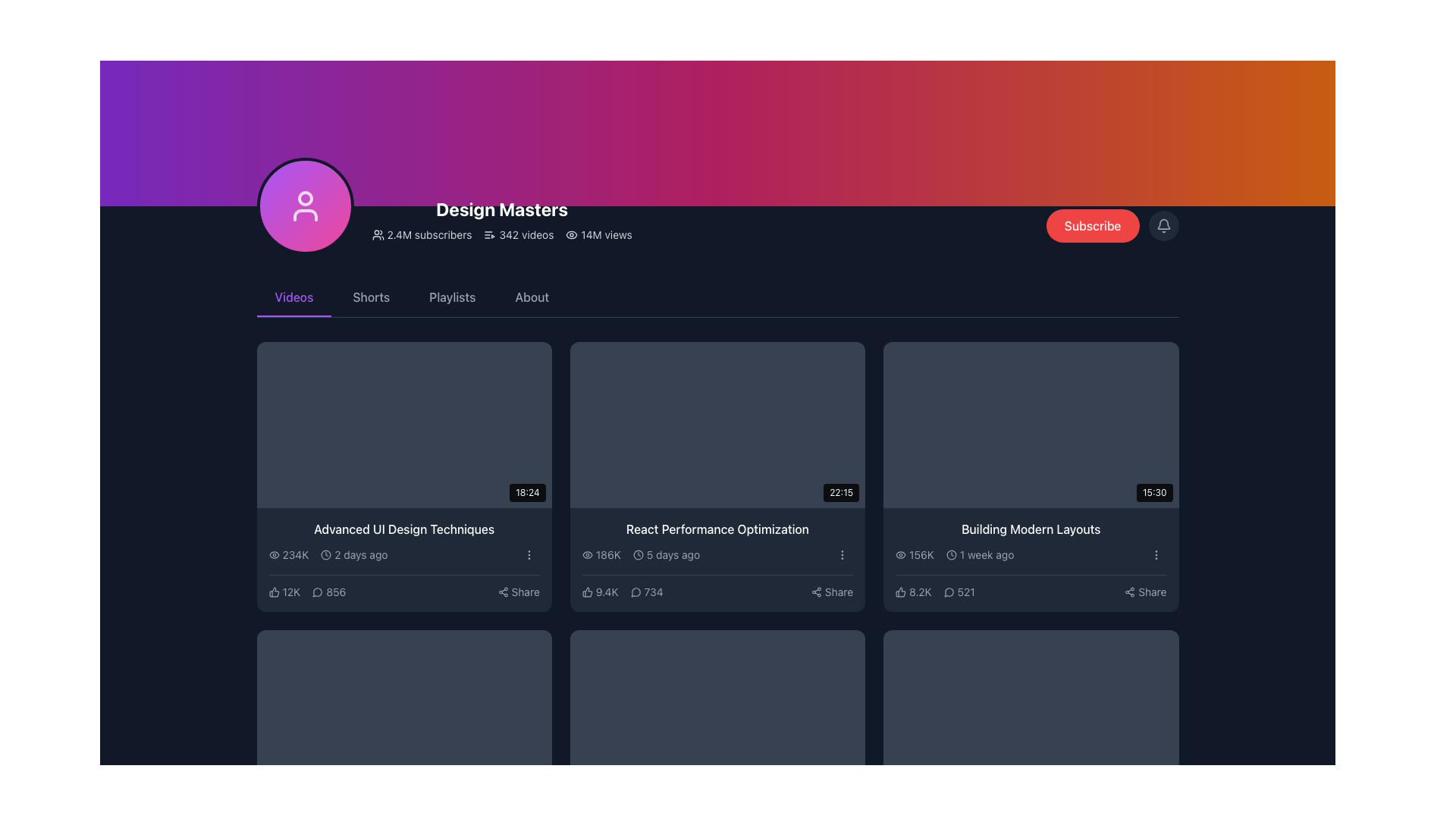  I want to click on the text block displaying the number of likes for the second video's metadata panel, so click(599, 591).